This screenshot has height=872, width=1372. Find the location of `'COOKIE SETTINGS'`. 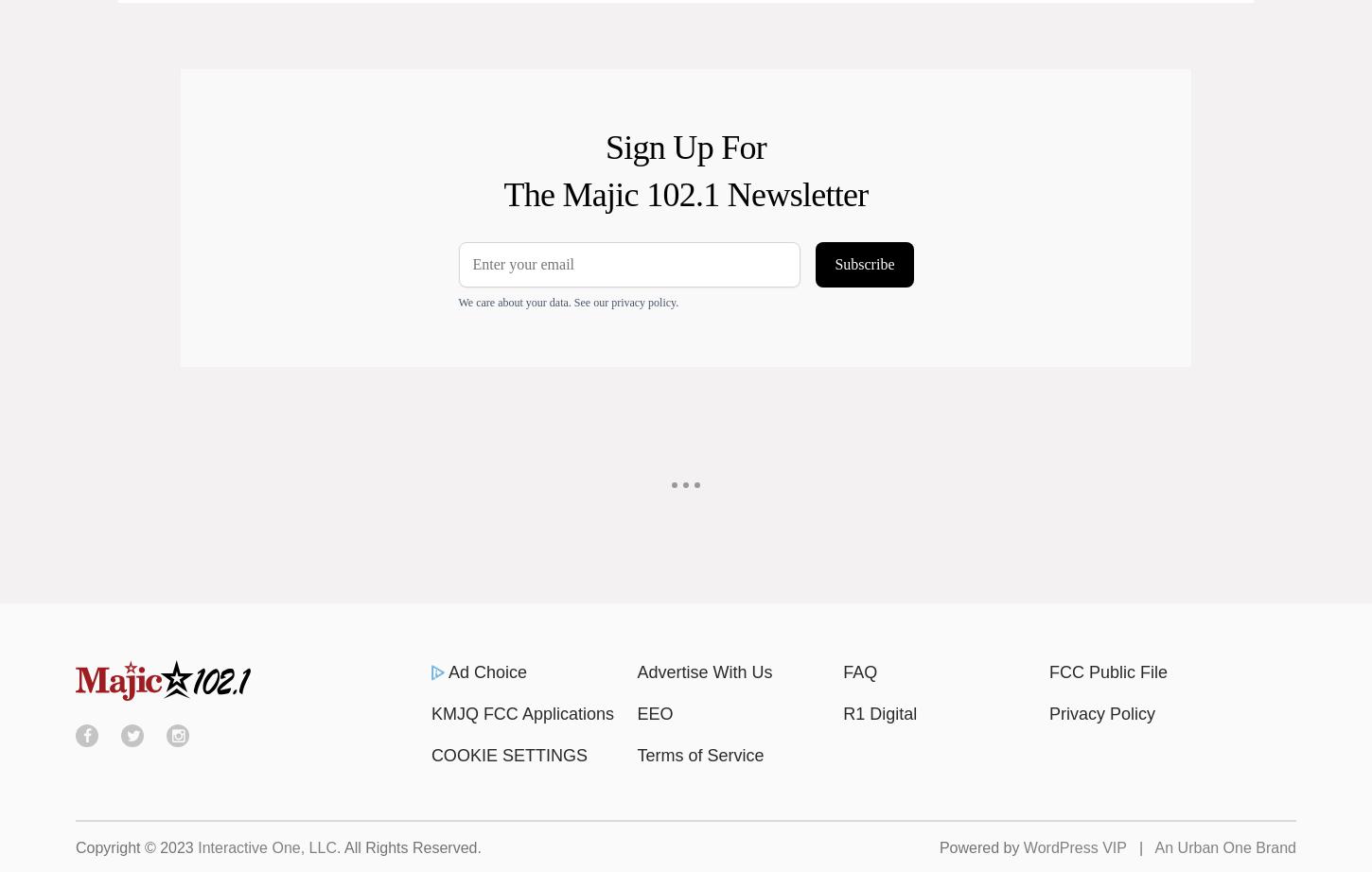

'COOKIE SETTINGS' is located at coordinates (508, 753).